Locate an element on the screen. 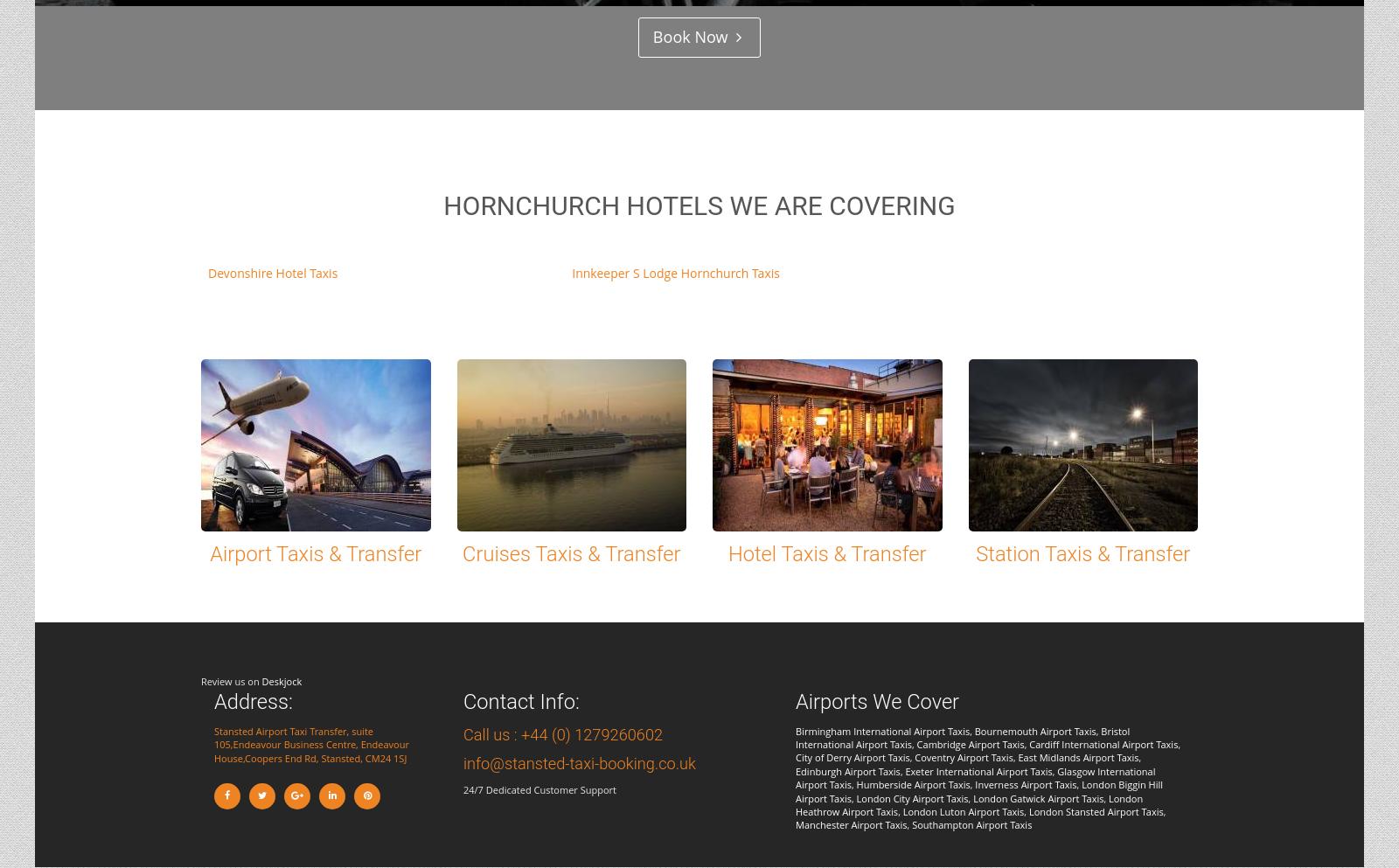 The width and height of the screenshot is (1399, 868). 'Coventry Airport Taxis' is located at coordinates (963, 756).